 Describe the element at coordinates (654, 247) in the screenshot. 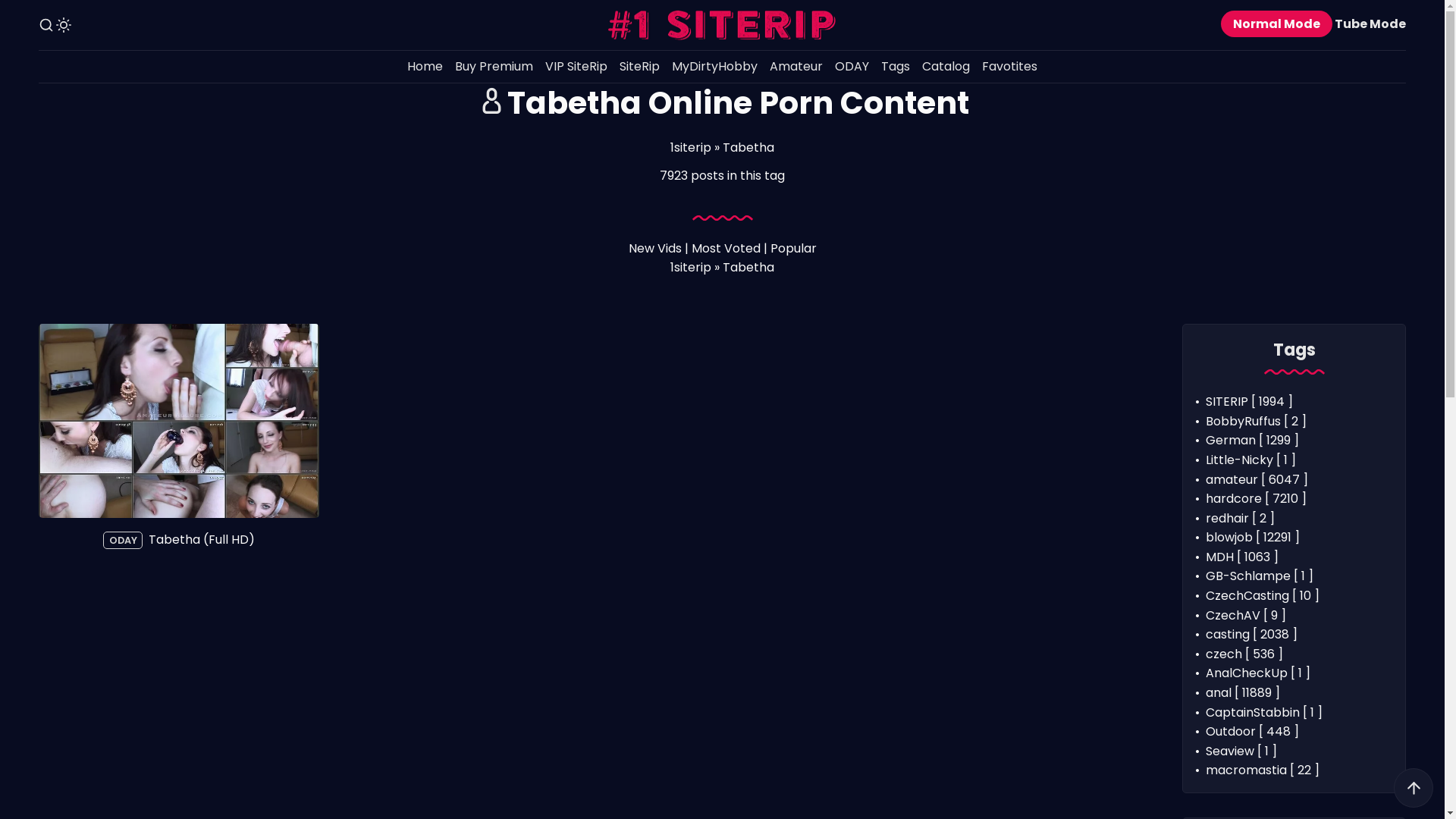

I see `'New Vids'` at that location.